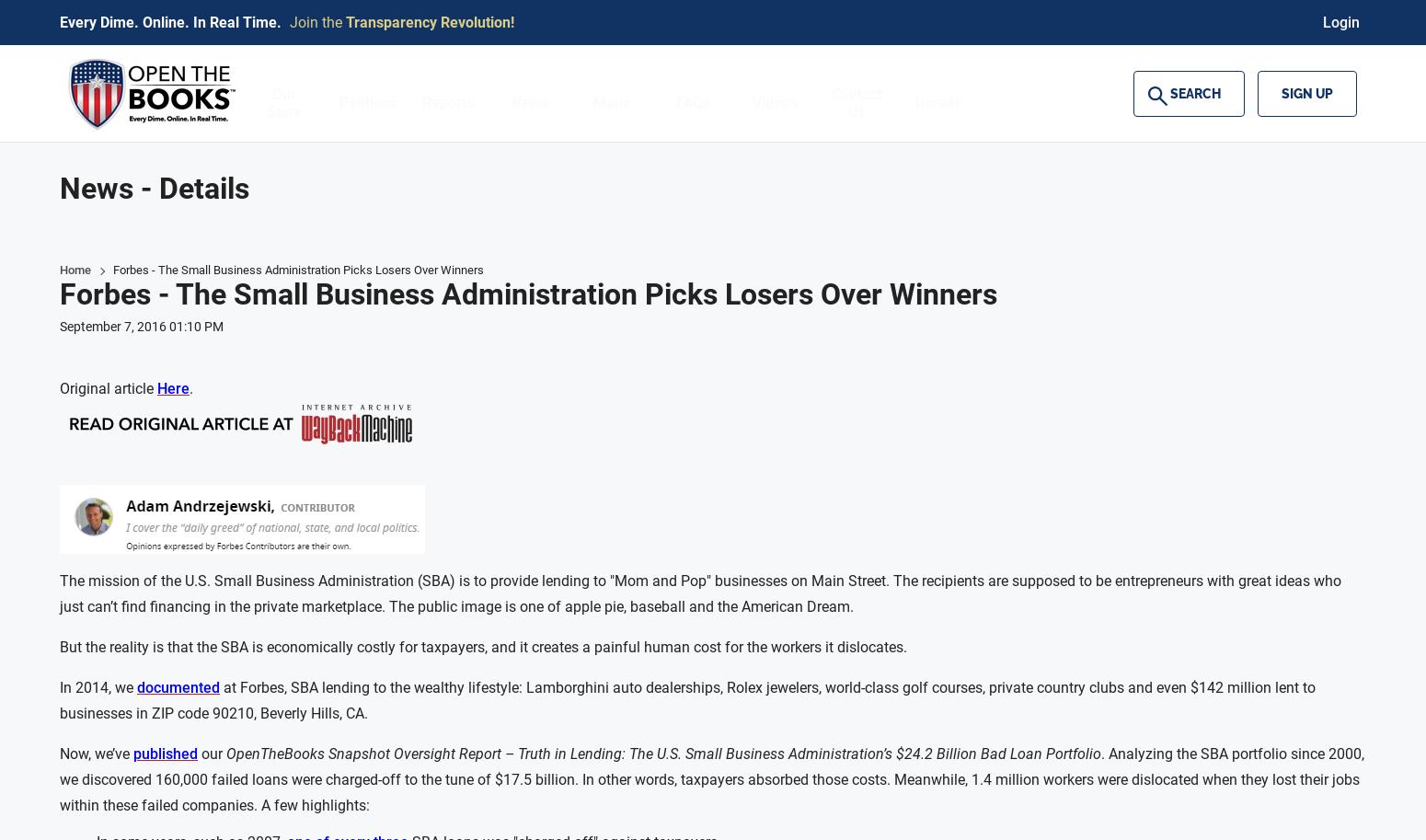 The width and height of the screenshot is (1426, 840). I want to click on 'Sign Up', so click(1306, 93).